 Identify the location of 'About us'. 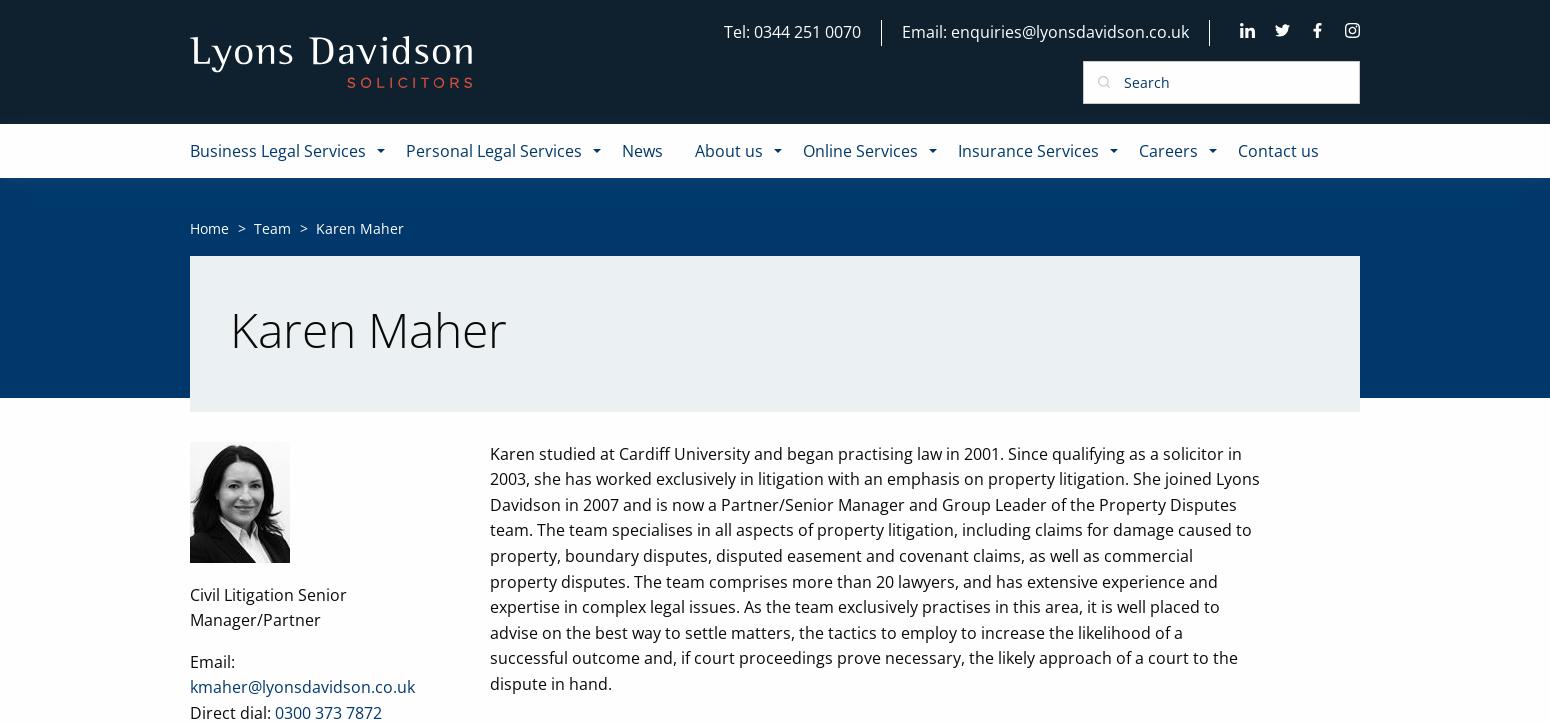
(728, 150).